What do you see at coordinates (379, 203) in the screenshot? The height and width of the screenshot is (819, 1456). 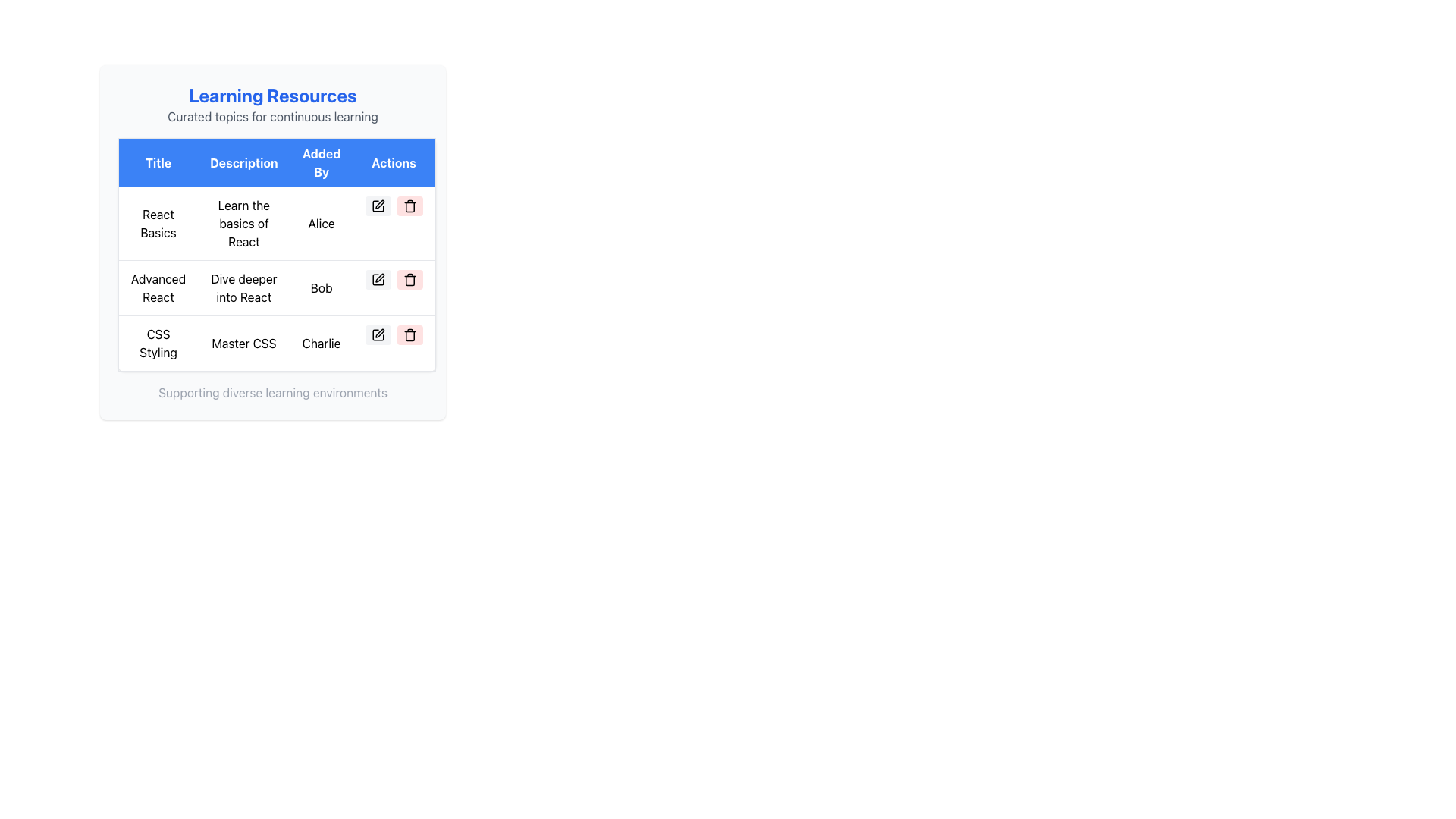 I see `the minimalist pen icon located in the 'Actions' column of the first row ('React Basics') in the table layout to initiate editing` at bounding box center [379, 203].